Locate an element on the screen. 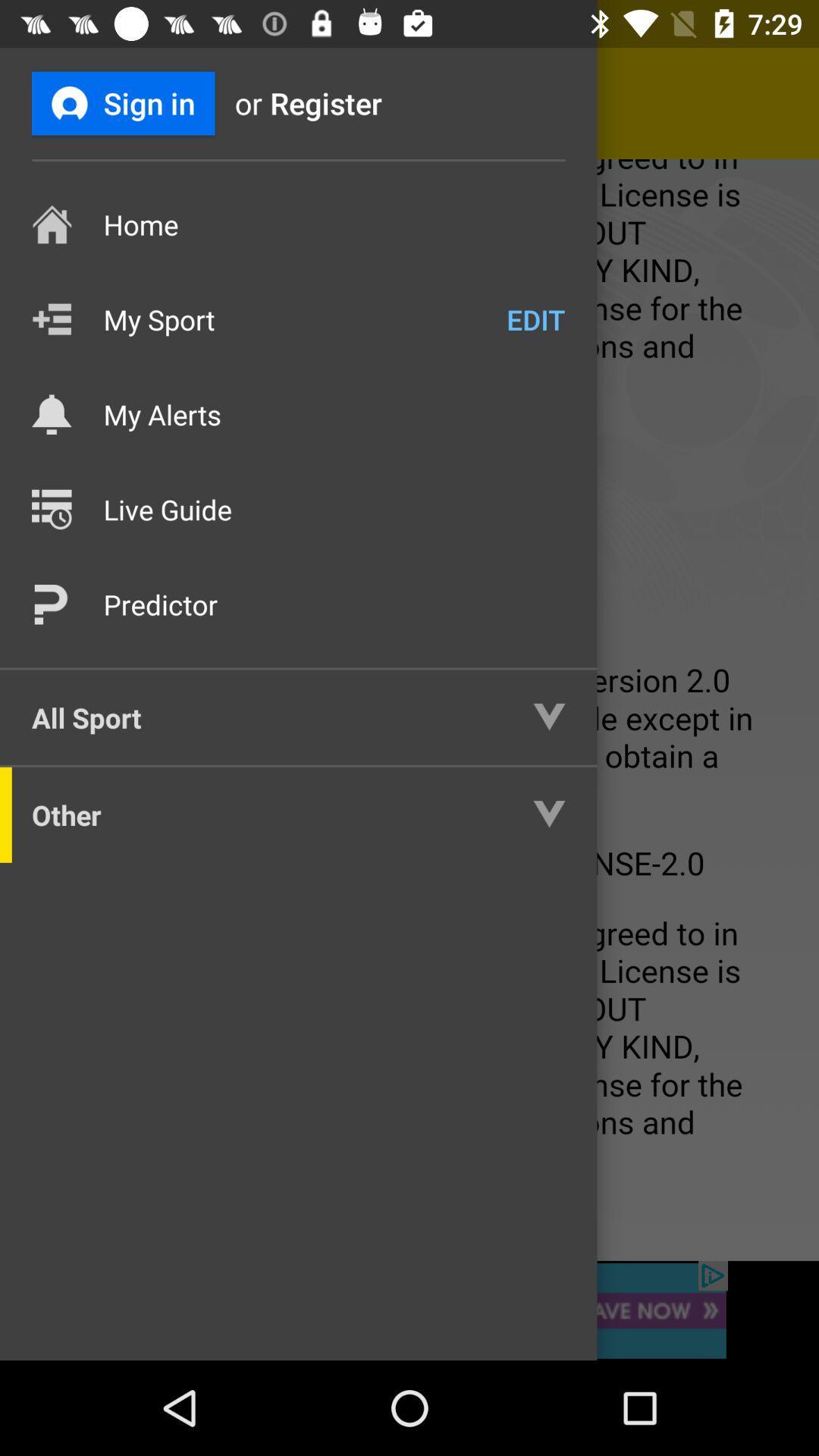 Image resolution: width=819 pixels, height=1456 pixels. register is located at coordinates (351, 102).